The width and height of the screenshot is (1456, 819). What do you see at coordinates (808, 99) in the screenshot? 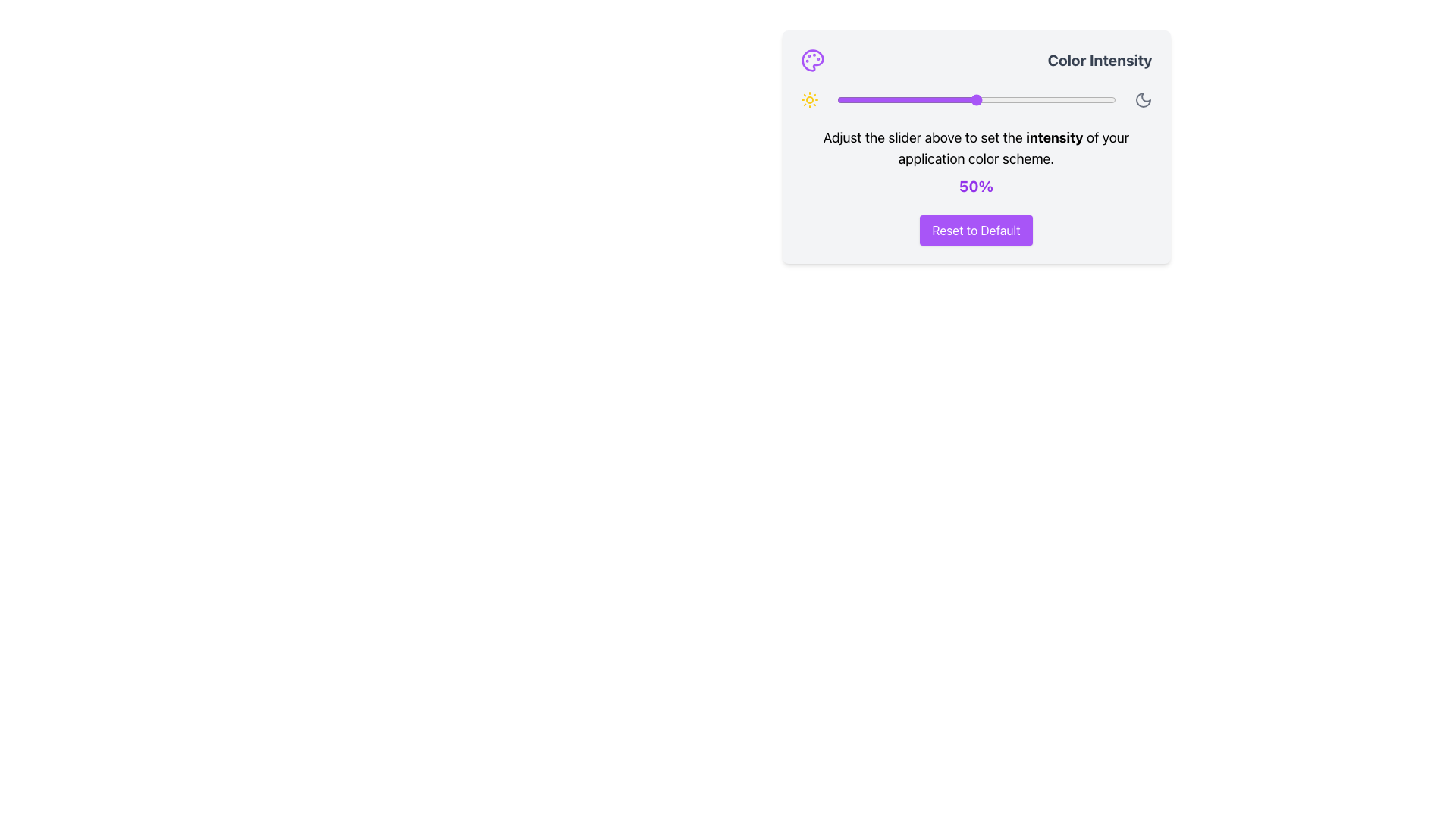
I see `the sun icon located on the left side of the layout, which represents light mode or brightness adjustment settings` at bounding box center [808, 99].